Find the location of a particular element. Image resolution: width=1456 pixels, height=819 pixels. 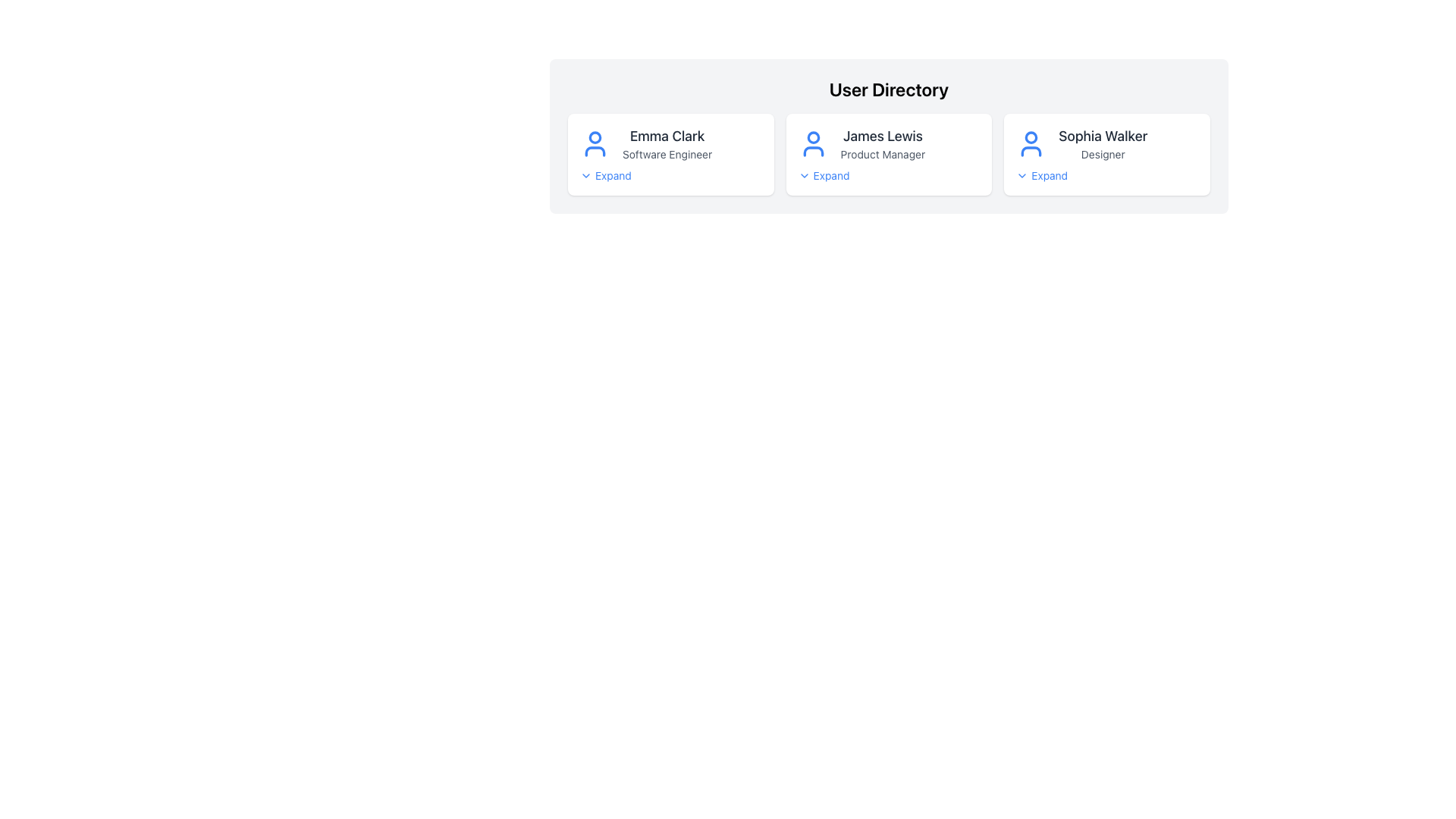

lower section of the user profile icon in the third user card under 'Sophia Walker' for debugging or design purposes by clicking on it is located at coordinates (1031, 152).